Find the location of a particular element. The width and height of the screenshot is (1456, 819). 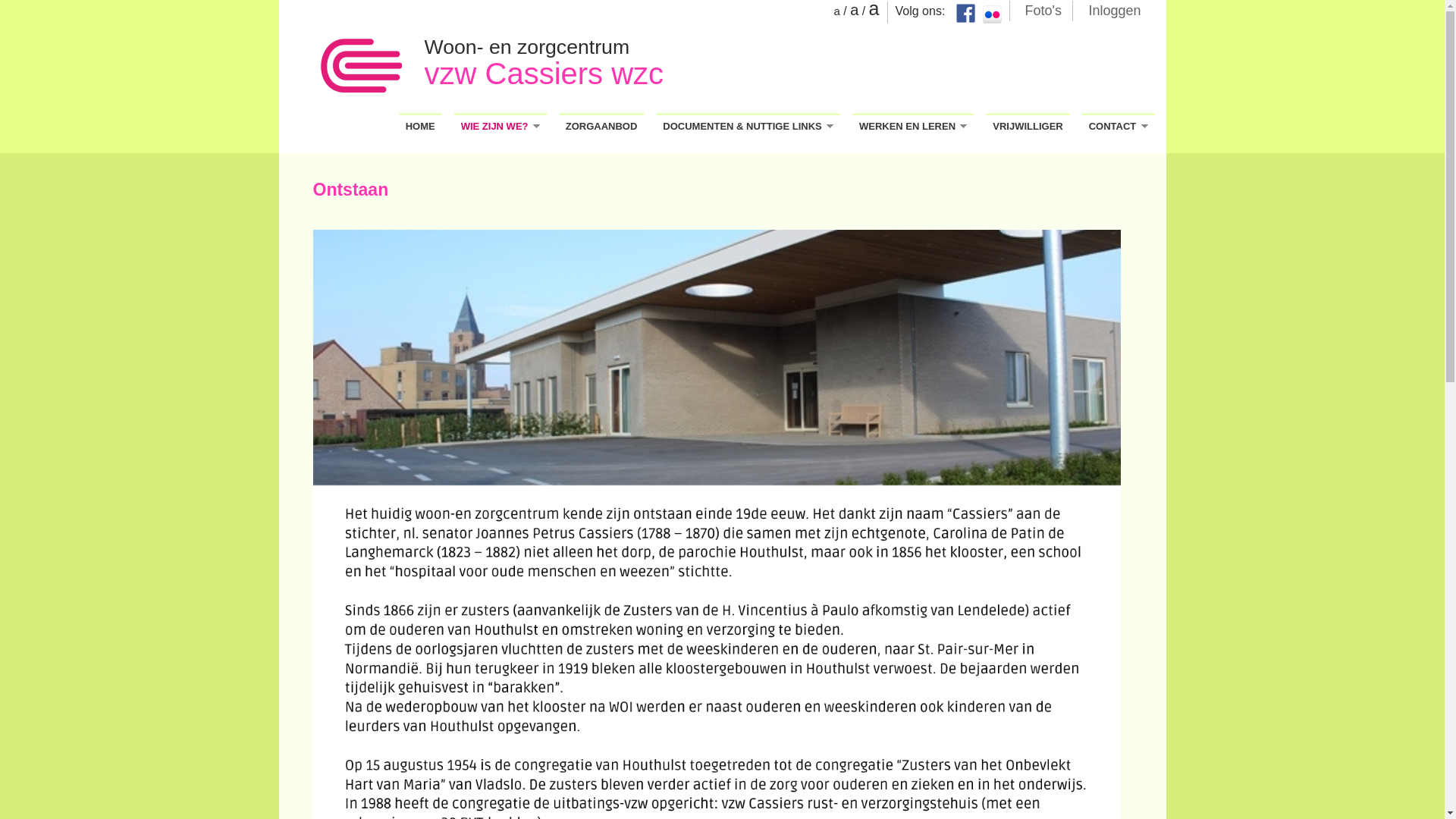

'HOME' is located at coordinates (399, 124).